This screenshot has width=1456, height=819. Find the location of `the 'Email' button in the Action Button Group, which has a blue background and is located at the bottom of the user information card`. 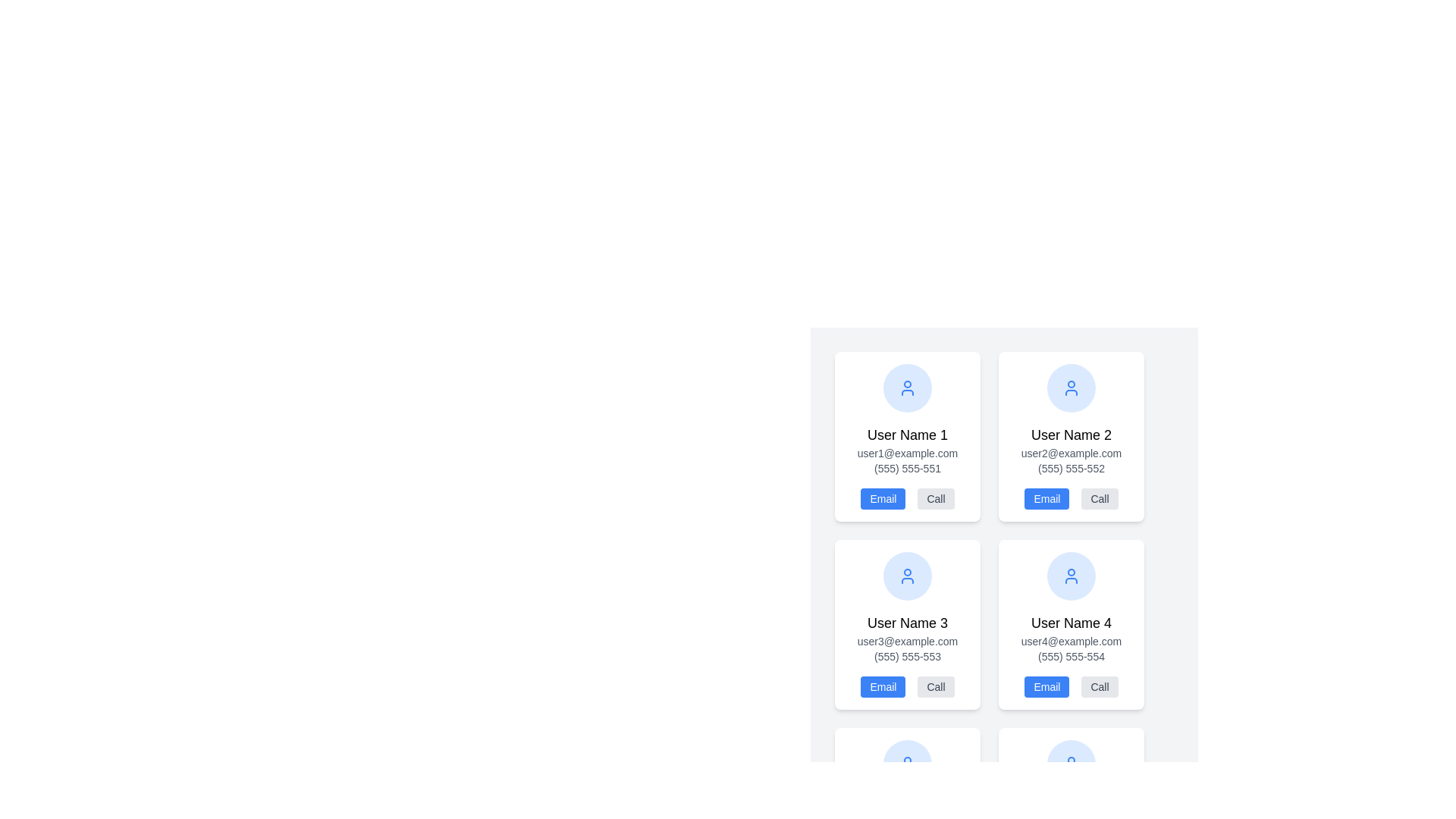

the 'Email' button in the Action Button Group, which has a blue background and is located at the bottom of the user information card is located at coordinates (907, 499).